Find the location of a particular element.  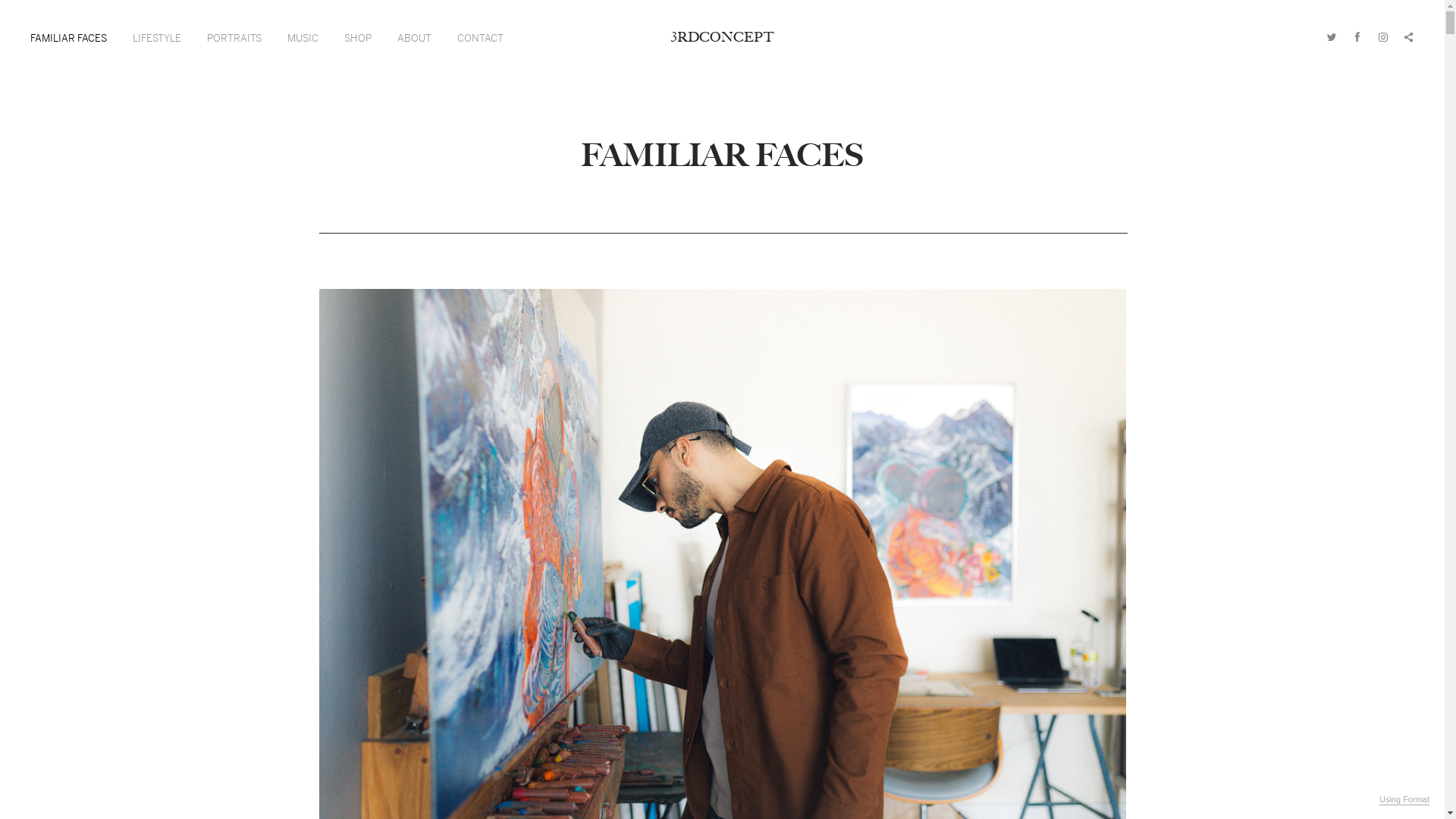

'ABOUT' is located at coordinates (414, 37).